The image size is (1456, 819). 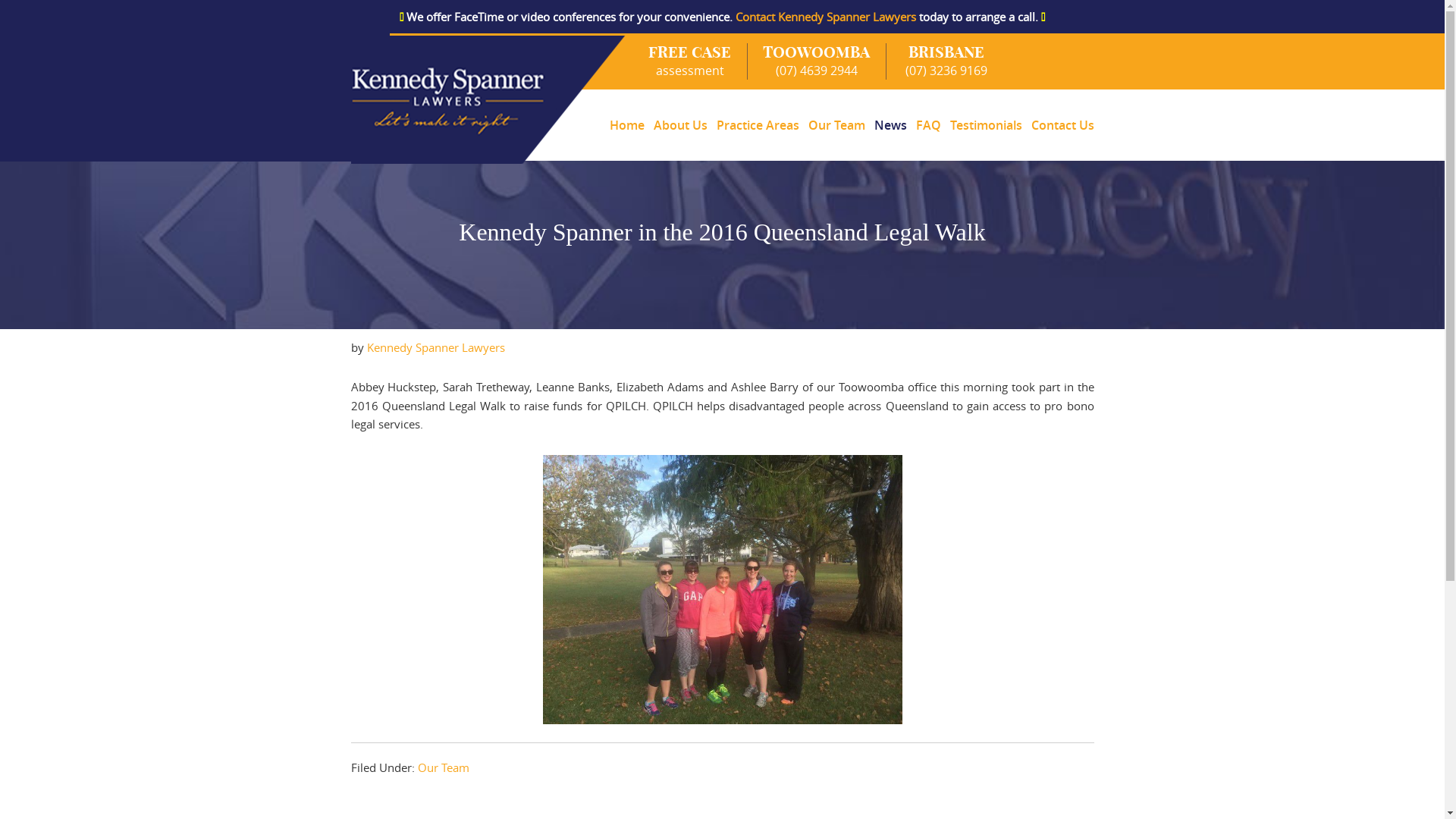 I want to click on 'News', so click(x=890, y=124).